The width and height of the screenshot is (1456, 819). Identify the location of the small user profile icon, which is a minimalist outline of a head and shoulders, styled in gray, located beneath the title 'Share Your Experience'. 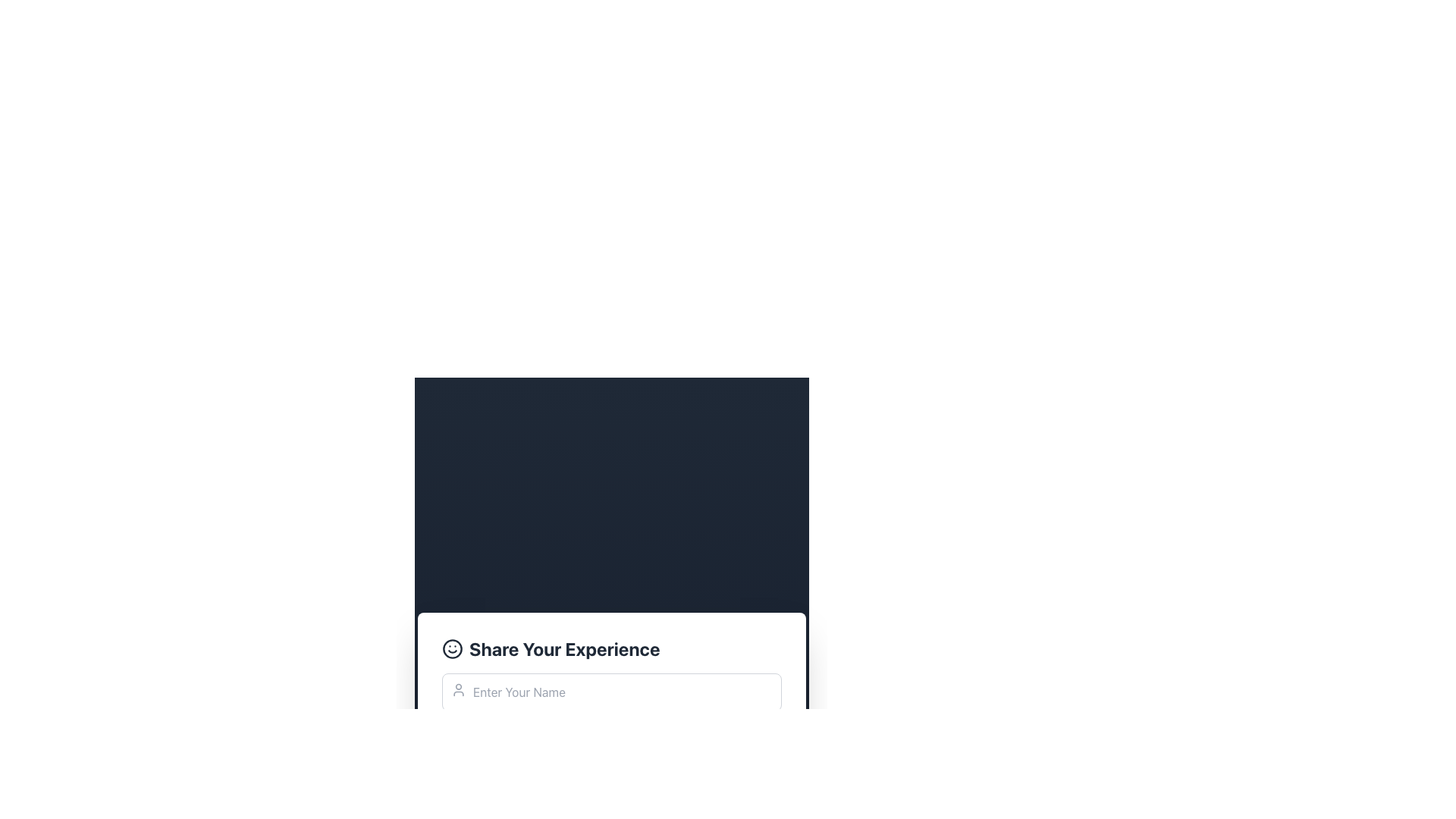
(457, 690).